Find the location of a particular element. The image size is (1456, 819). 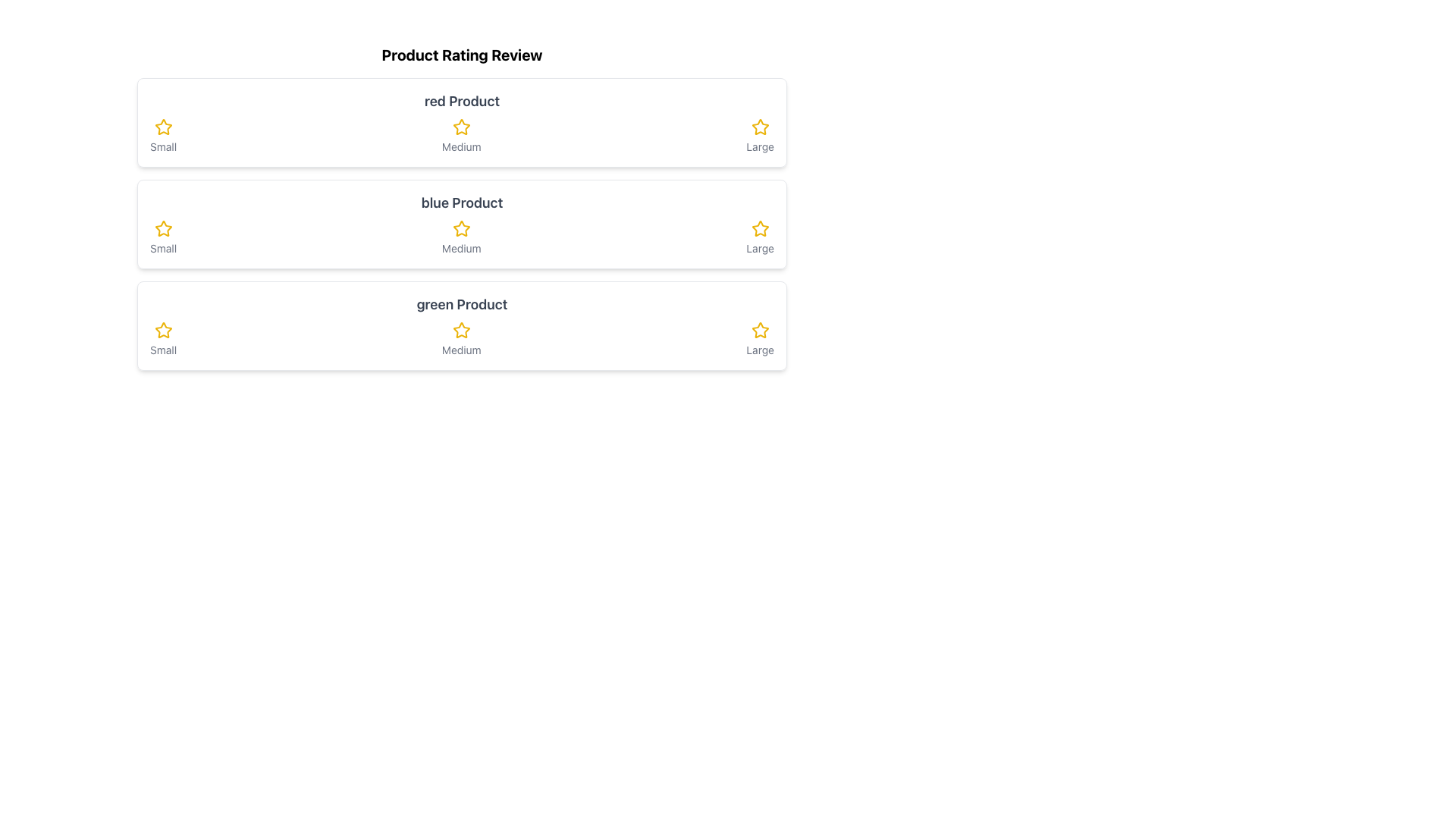

the 'Large' size text label that indicates the rating size option for the associated item, located under the yellow star icon in the product row is located at coordinates (760, 350).